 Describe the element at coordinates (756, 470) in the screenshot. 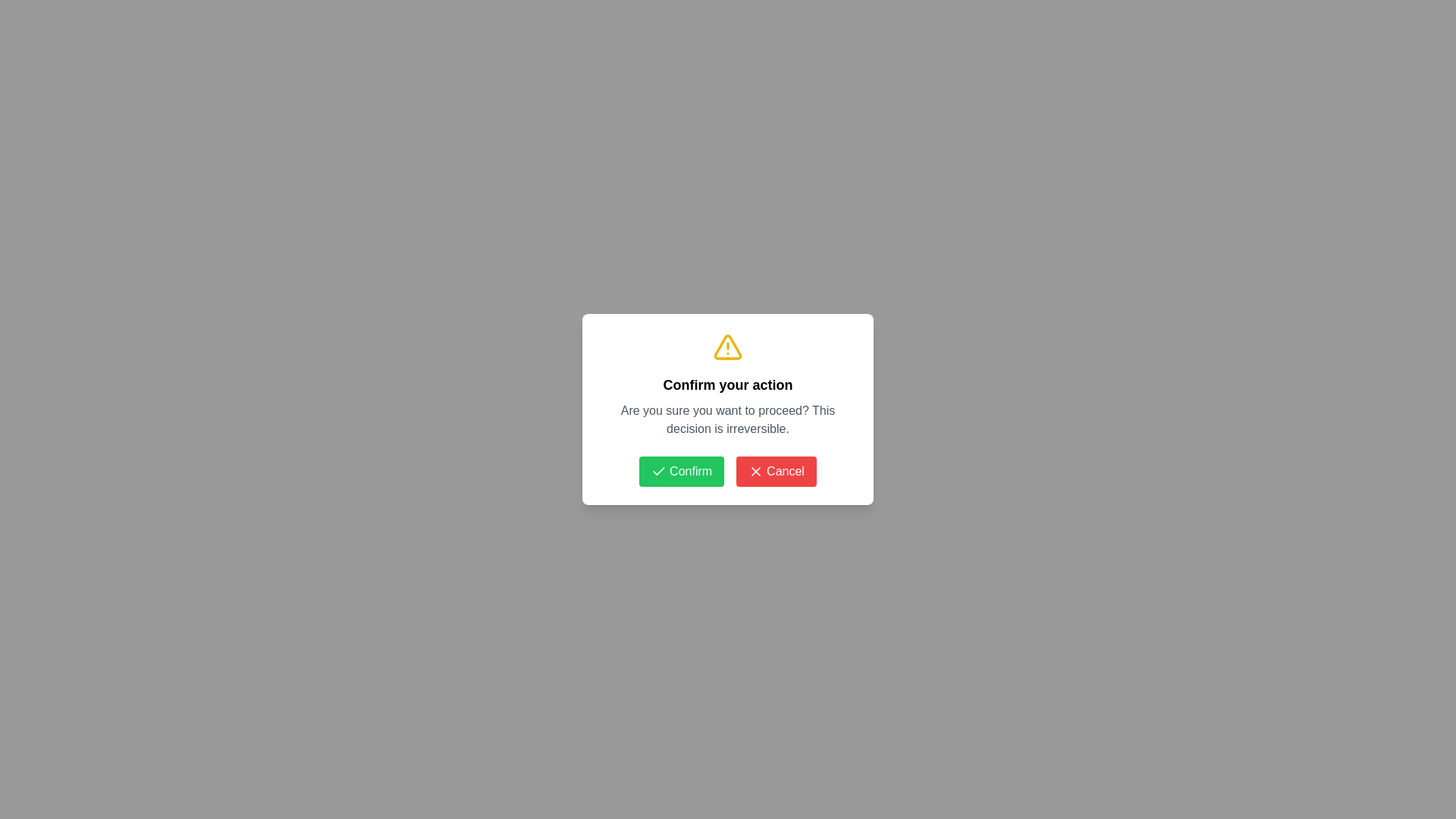

I see `the 'X' shaped icon within the 'Cancel' button` at that location.